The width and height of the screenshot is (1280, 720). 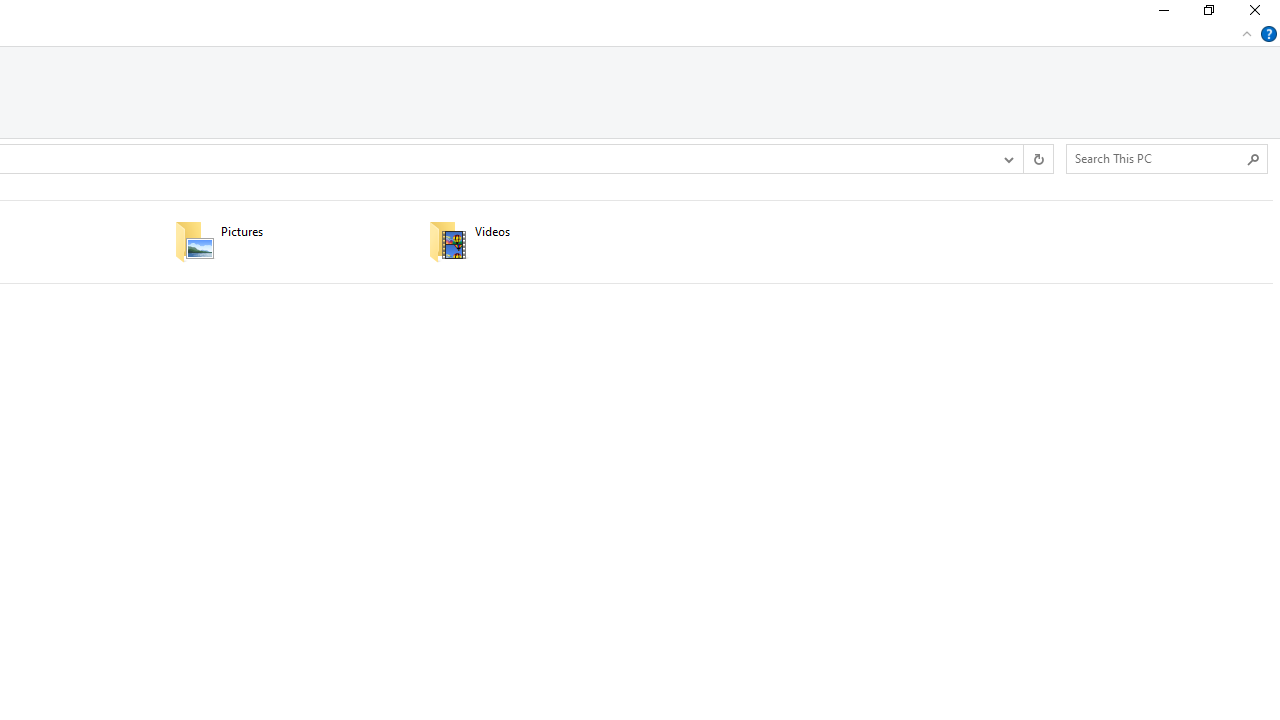 I want to click on 'Search Box', so click(x=1157, y=157).